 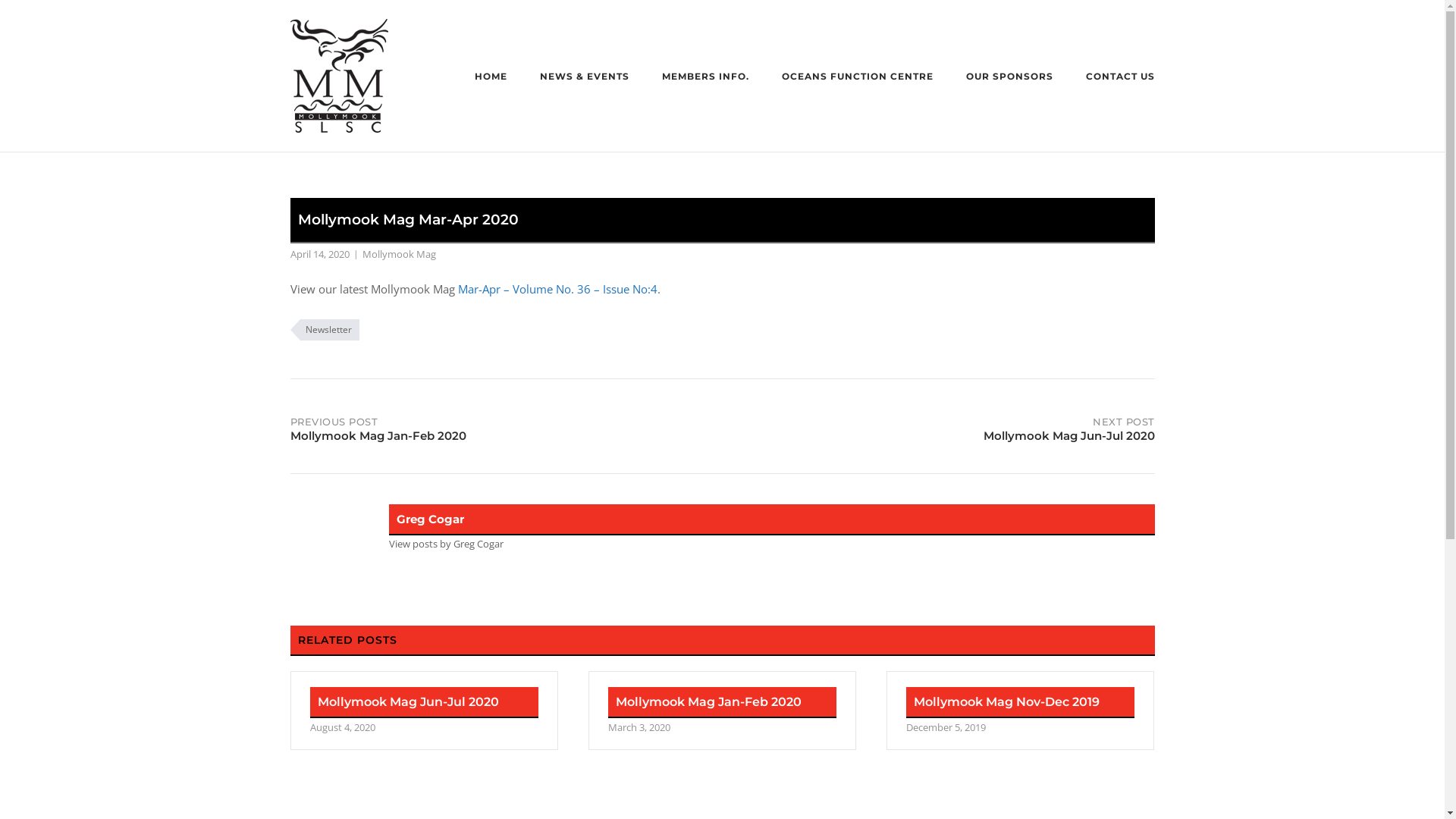 What do you see at coordinates (704, 78) in the screenshot?
I see `'MEMBERS INFO.'` at bounding box center [704, 78].